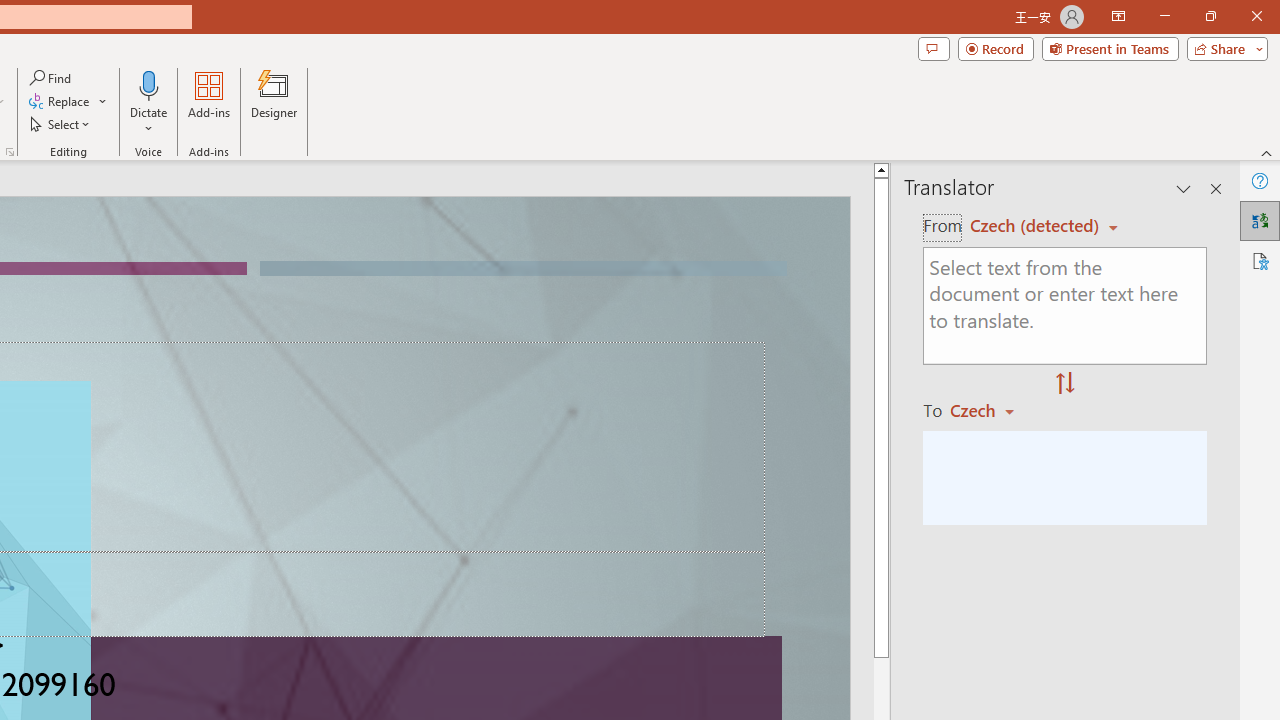  I want to click on 'Task Pane Options', so click(1184, 189).